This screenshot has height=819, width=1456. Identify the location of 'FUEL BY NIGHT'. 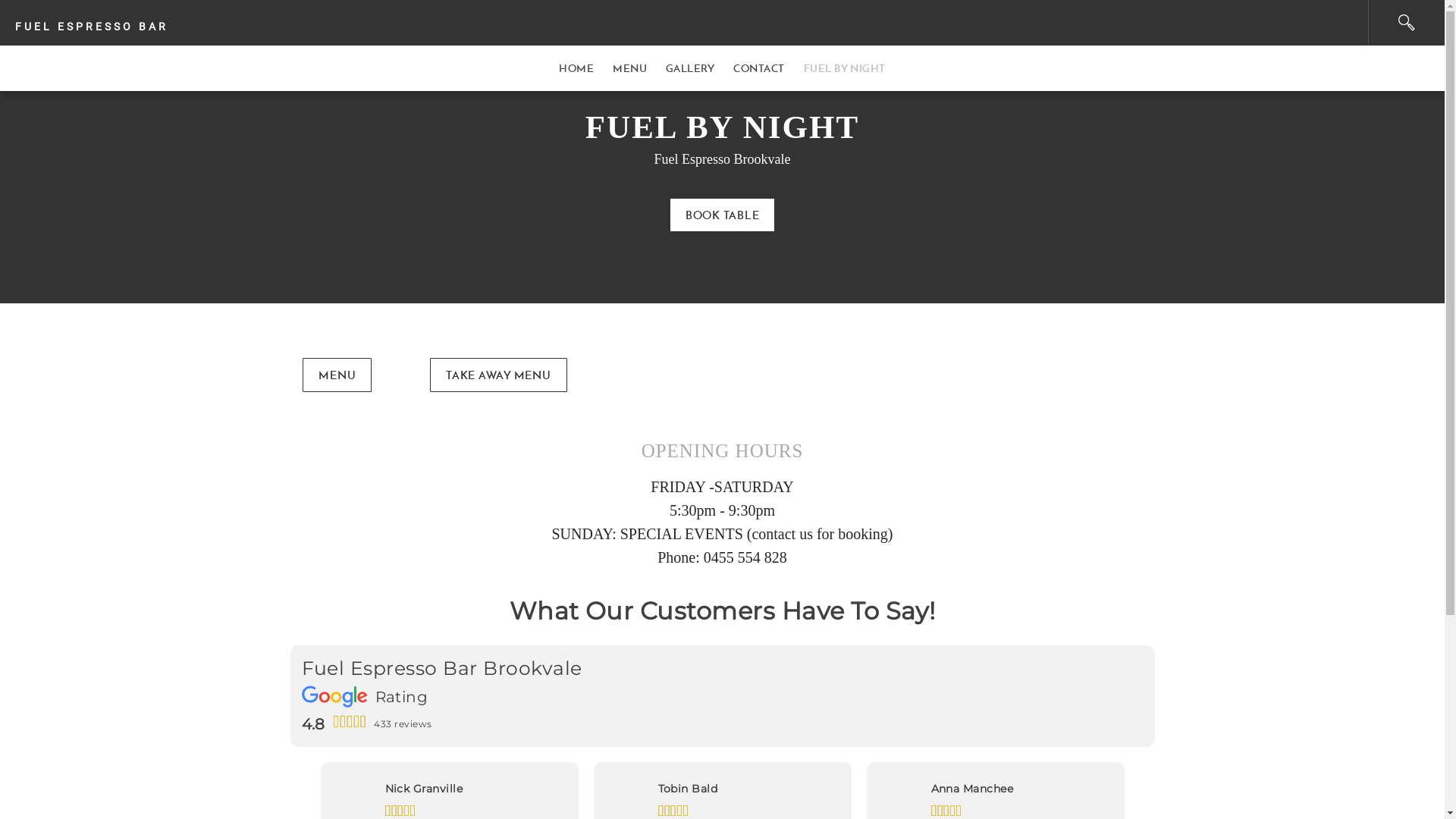
(843, 67).